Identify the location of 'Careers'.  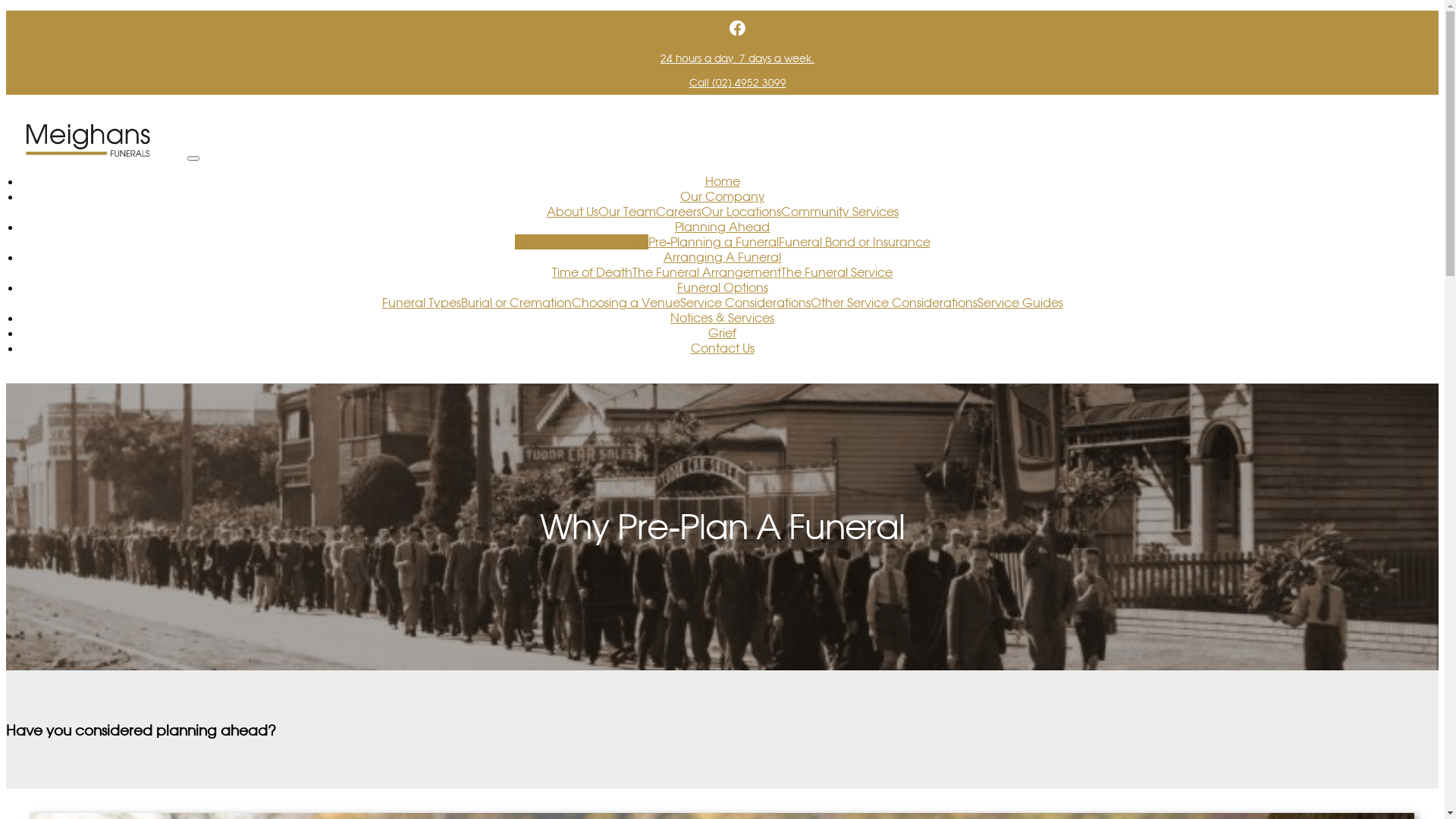
(676, 211).